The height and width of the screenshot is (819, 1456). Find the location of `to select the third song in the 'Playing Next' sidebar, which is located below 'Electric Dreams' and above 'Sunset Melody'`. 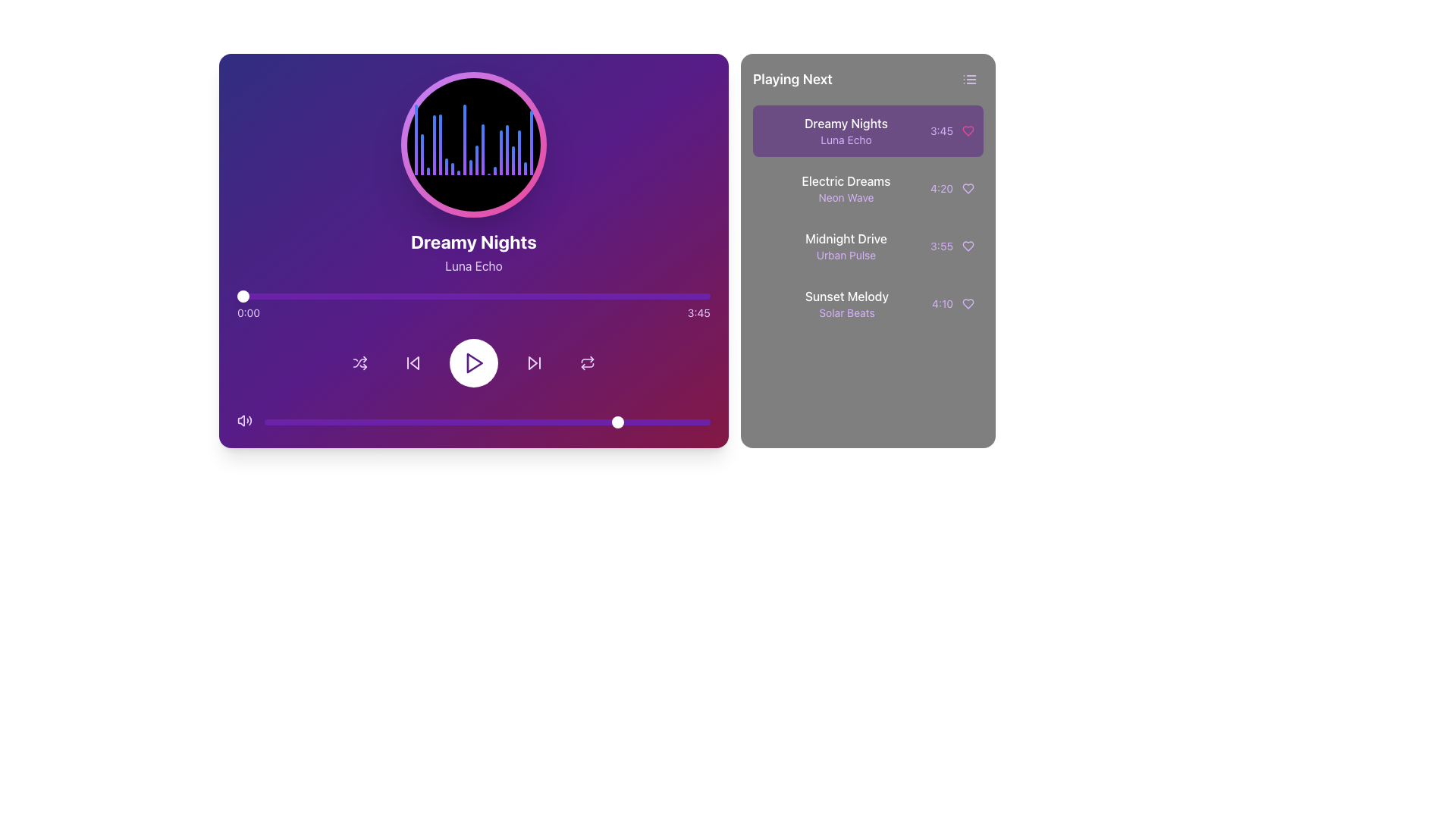

to select the third song in the 'Playing Next' sidebar, which is located below 'Electric Dreams' and above 'Sunset Melody' is located at coordinates (868, 245).